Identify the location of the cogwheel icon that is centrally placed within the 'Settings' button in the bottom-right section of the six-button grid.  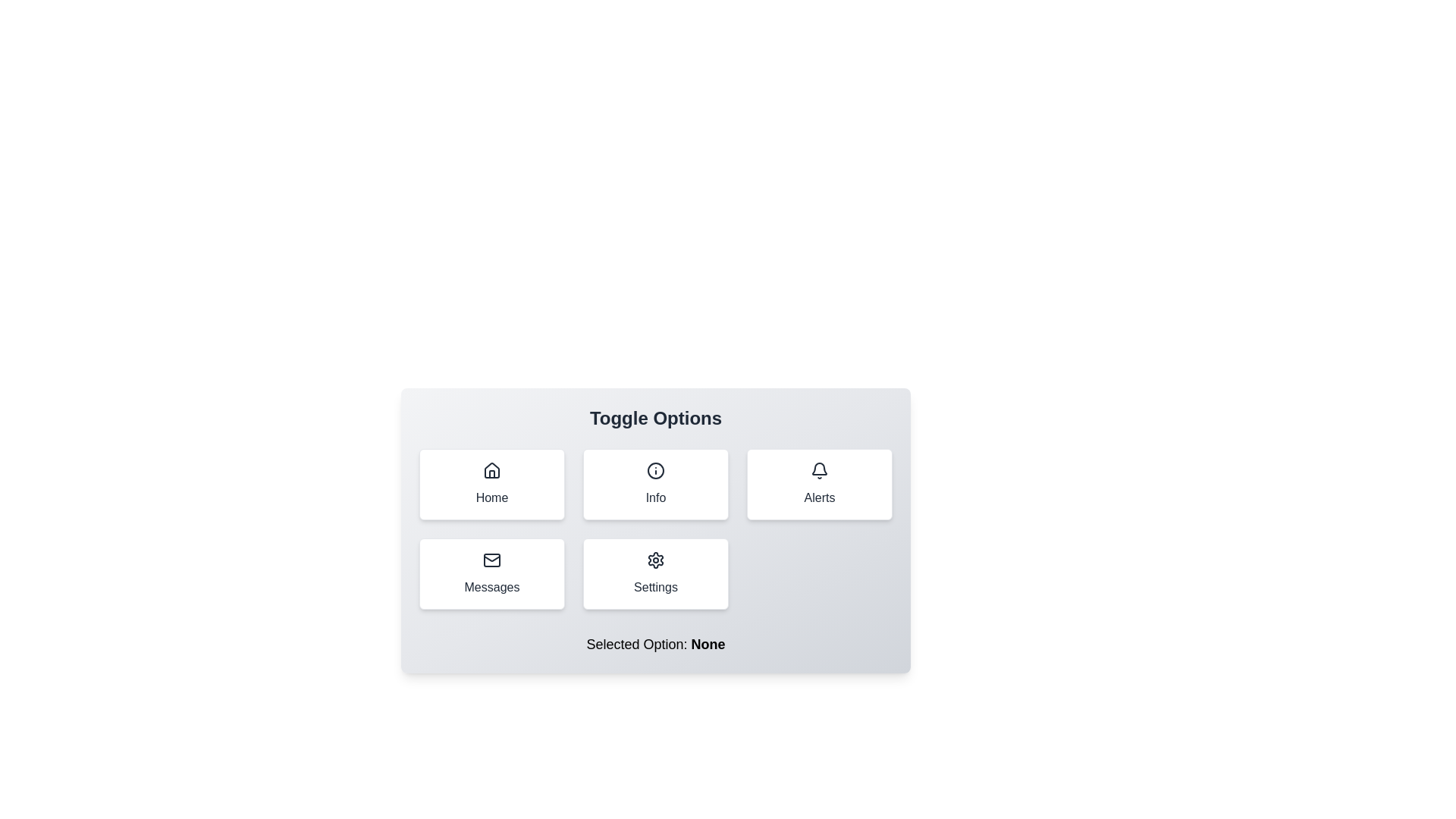
(655, 560).